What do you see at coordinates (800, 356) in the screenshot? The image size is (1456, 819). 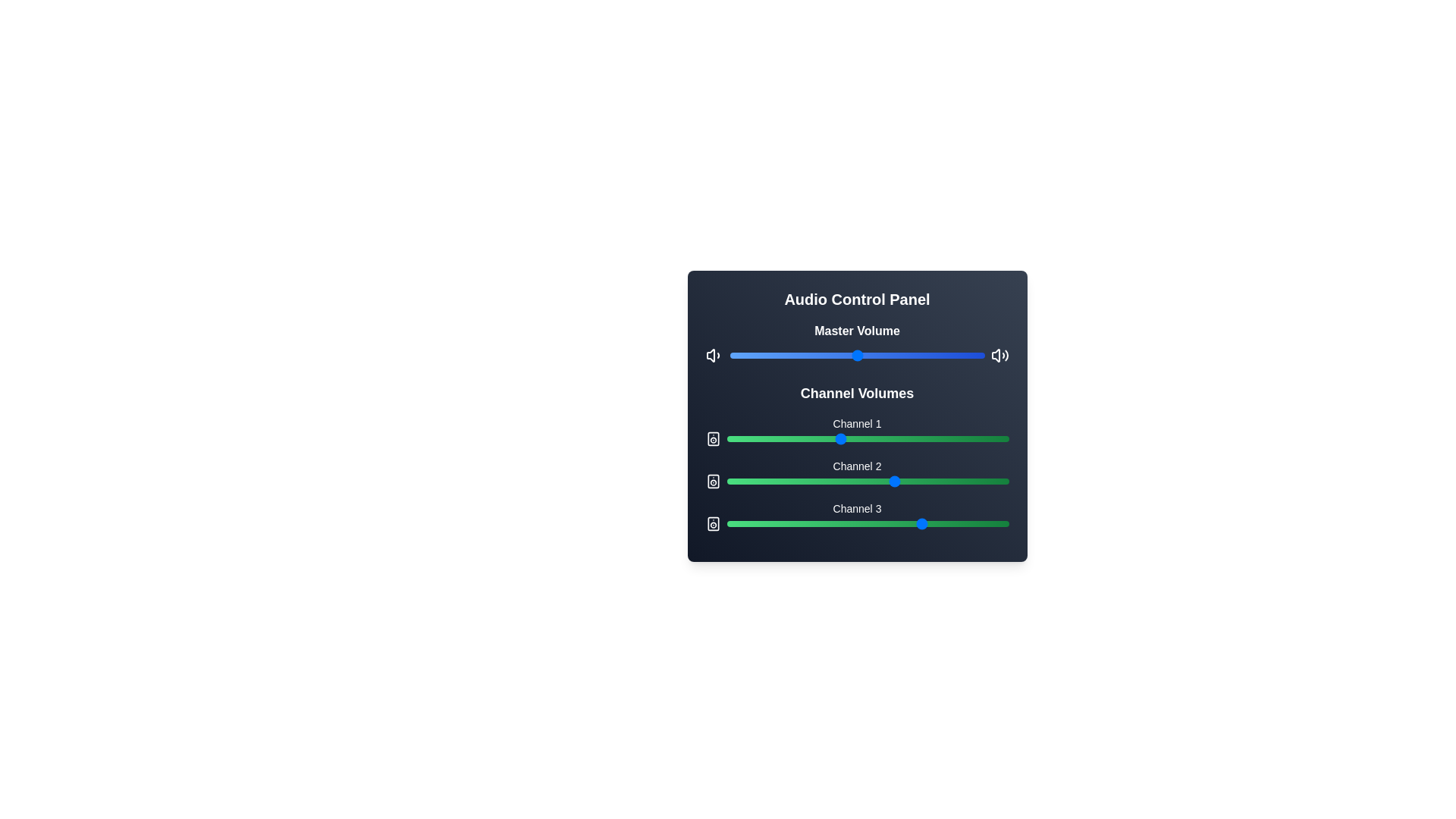 I see `the master volume` at bounding box center [800, 356].